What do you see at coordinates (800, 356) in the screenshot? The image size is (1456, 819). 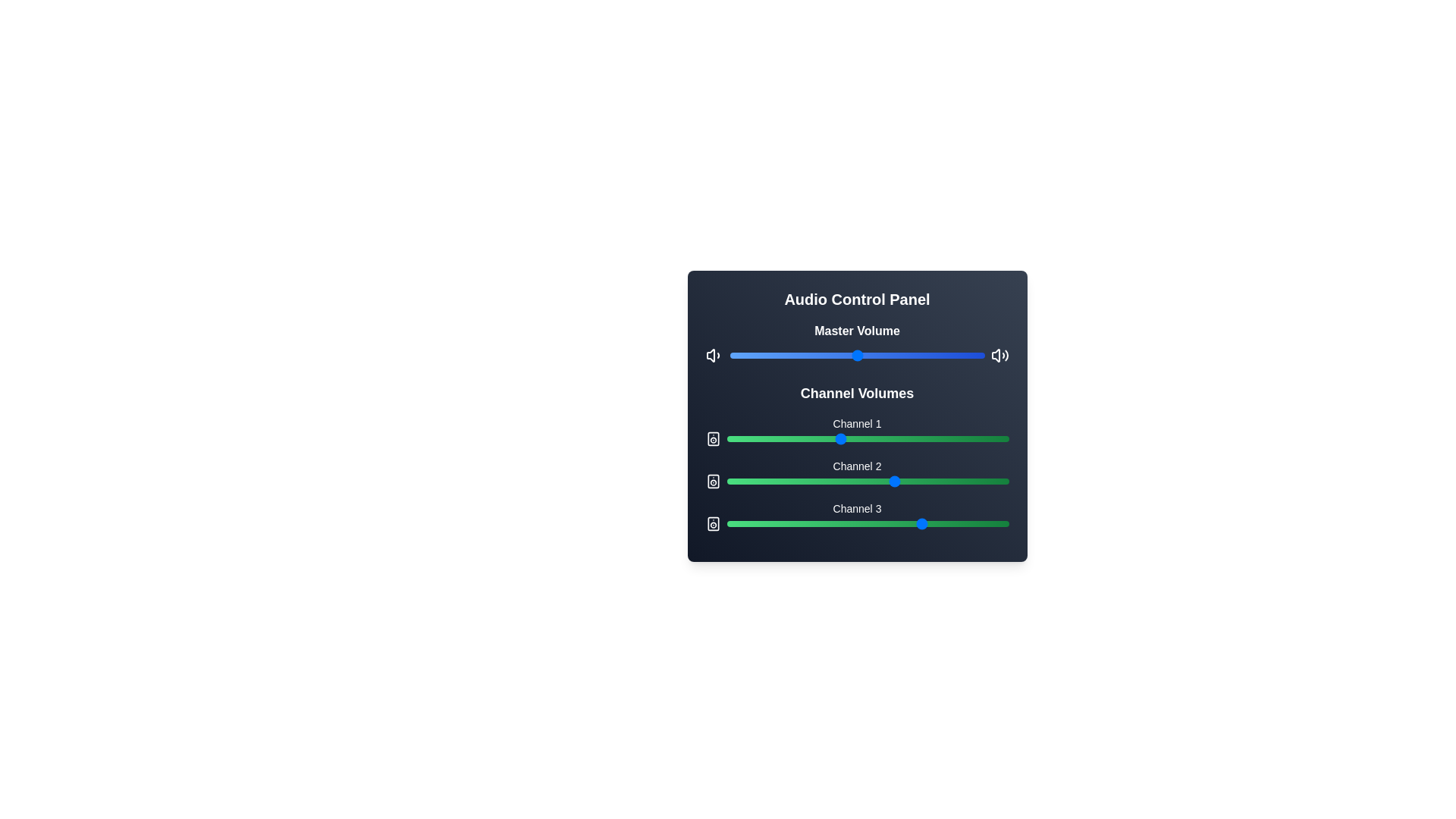 I see `the master volume` at bounding box center [800, 356].